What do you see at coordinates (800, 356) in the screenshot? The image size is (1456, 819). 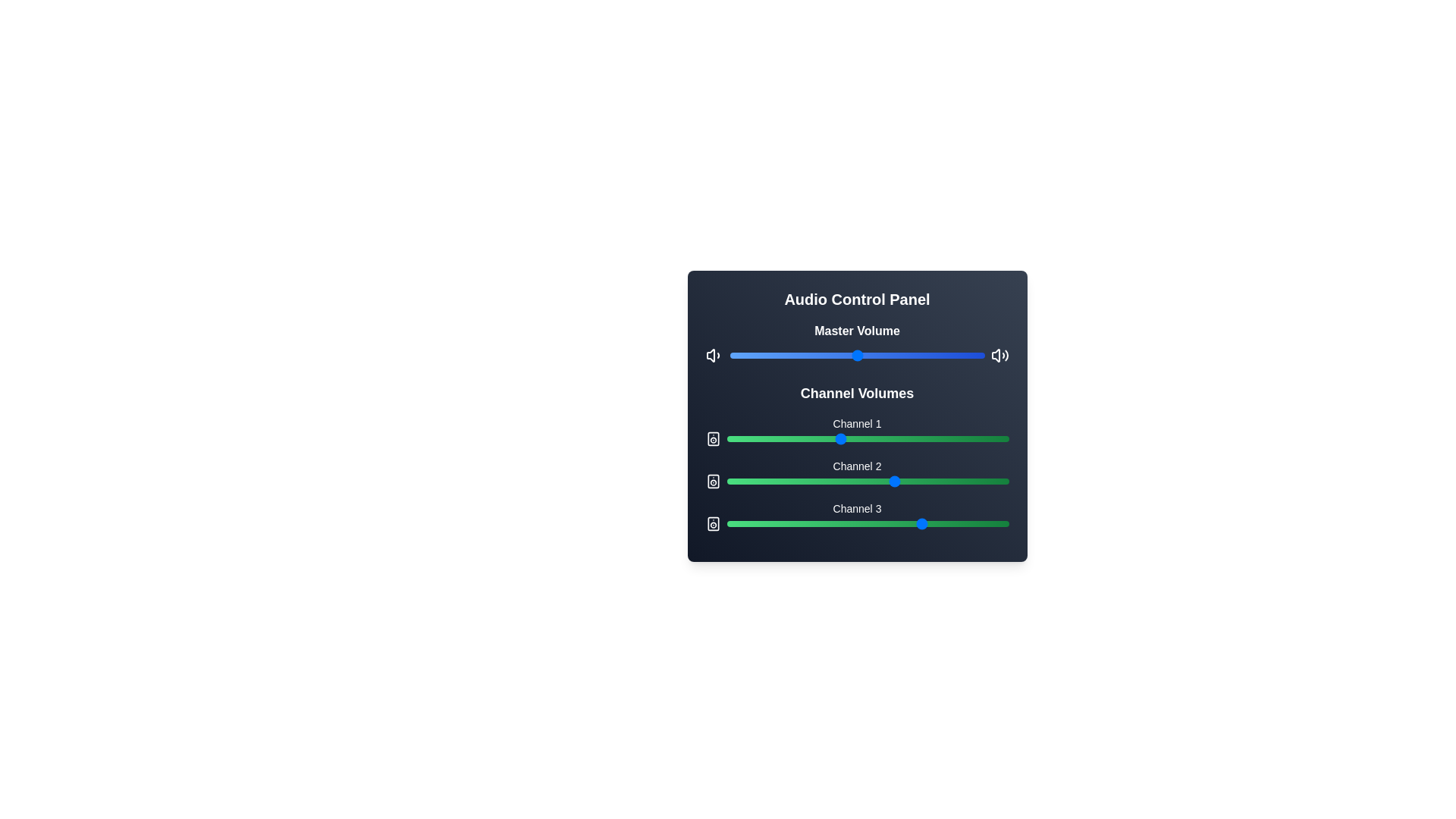 I see `the master volume` at bounding box center [800, 356].